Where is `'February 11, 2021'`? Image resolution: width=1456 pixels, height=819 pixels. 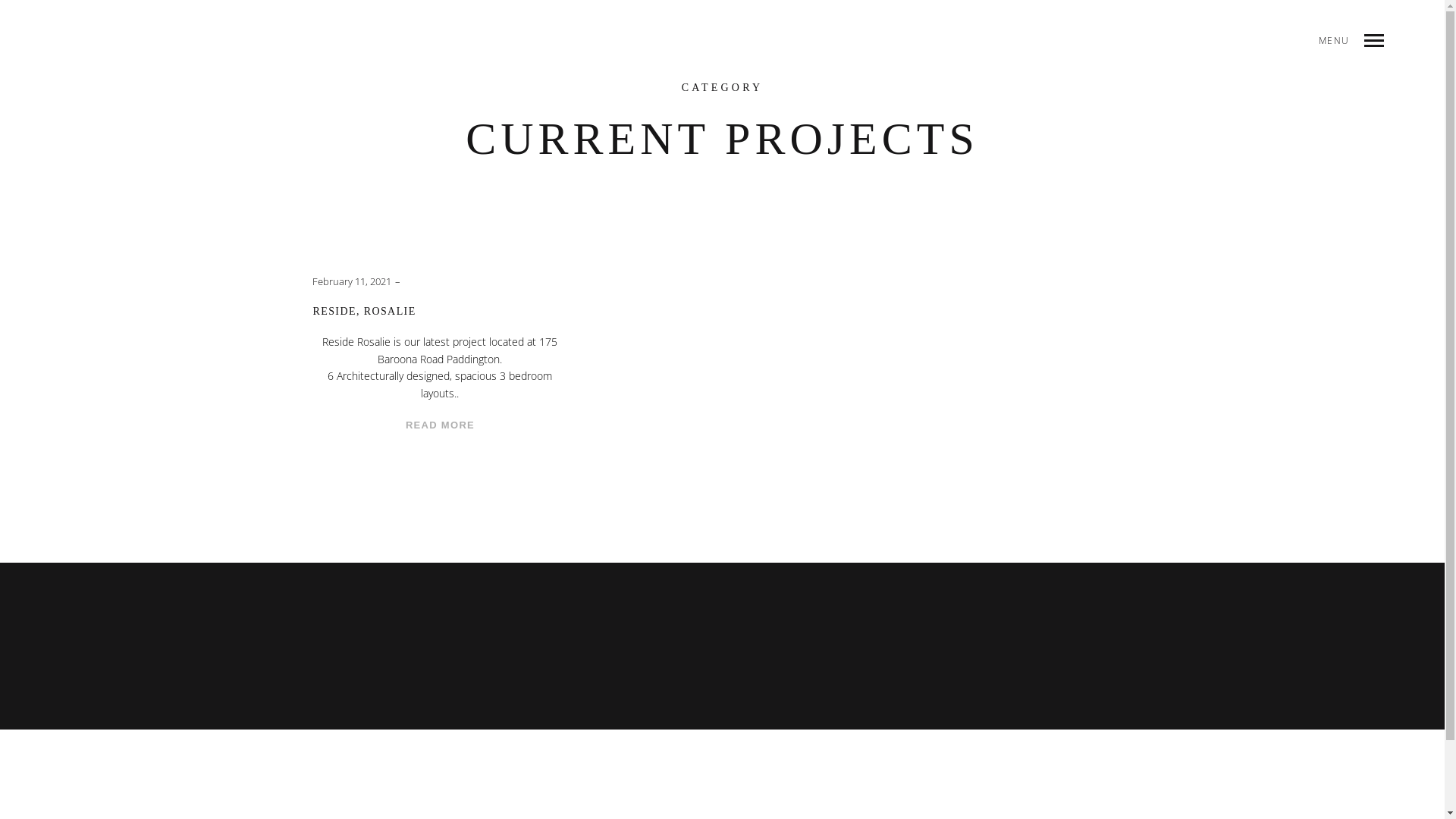 'February 11, 2021' is located at coordinates (312, 281).